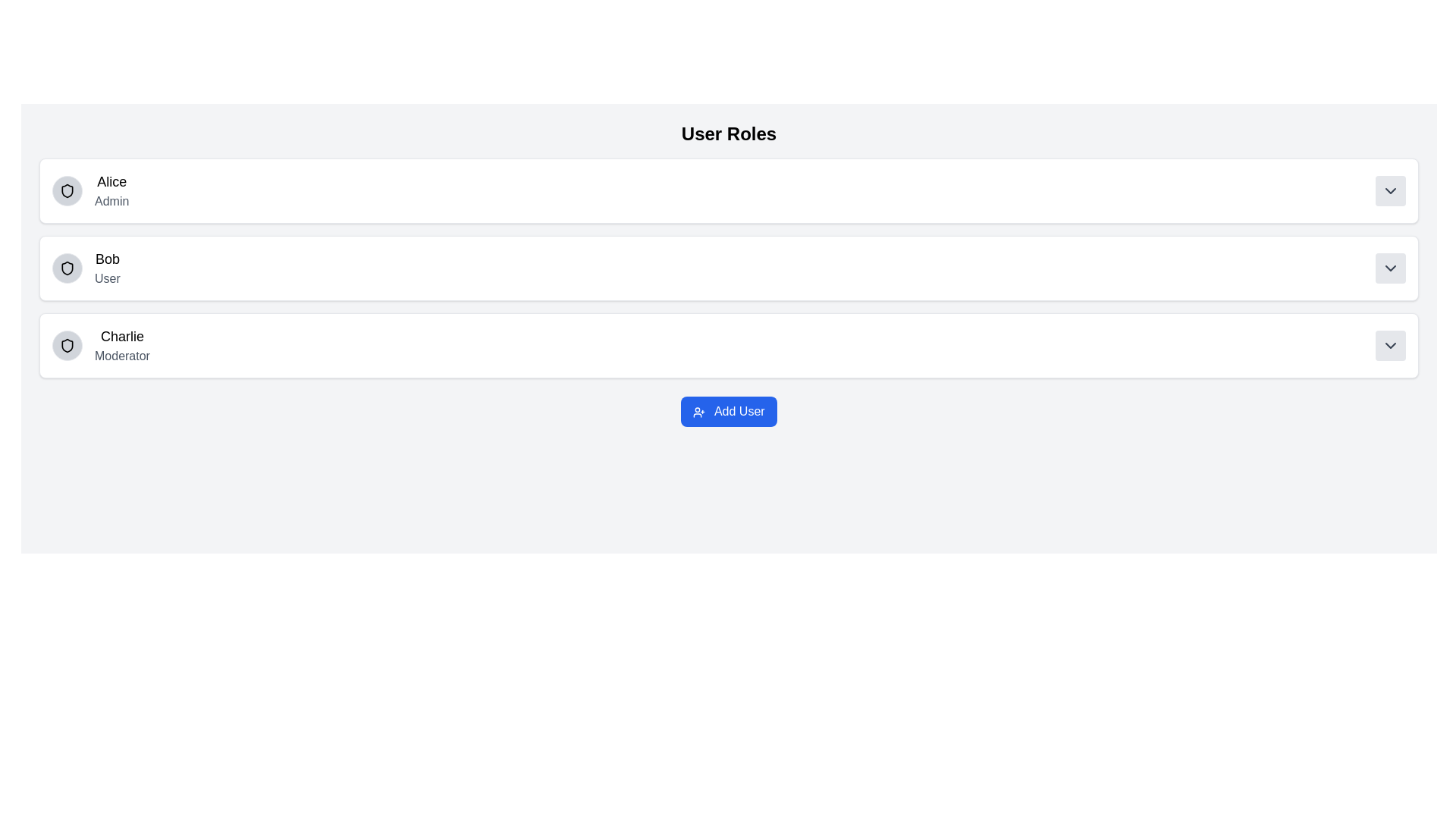 The image size is (1456, 819). What do you see at coordinates (67, 345) in the screenshot?
I see `the Icon Badge (User Role Indicator) representing the user 'Charlie', which indicates their role as 'Moderator'` at bounding box center [67, 345].